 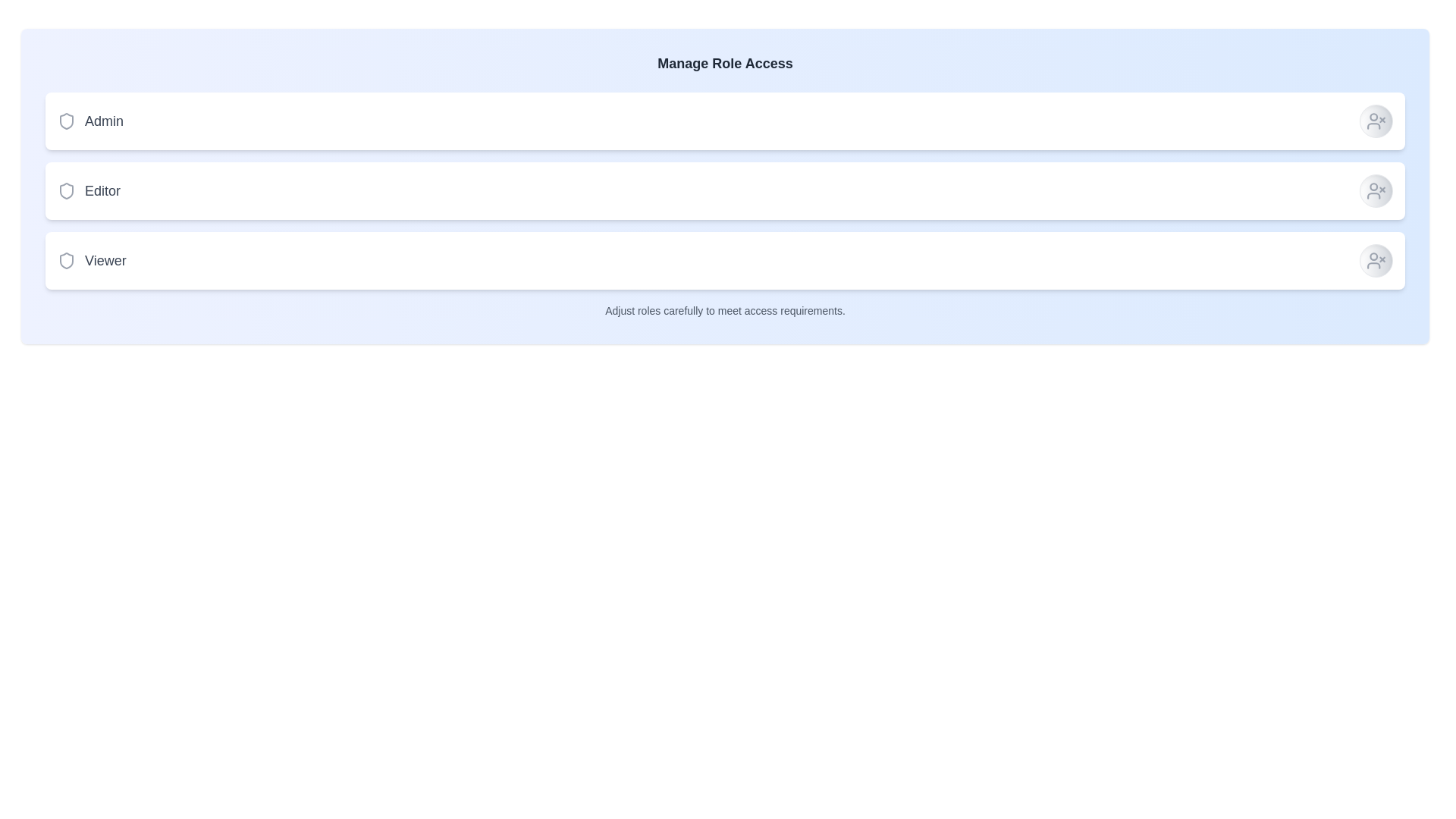 I want to click on the 'Viewer' text label, which is styled with a medium weight font and dark gray color, located in the vertical list of role options, so click(x=105, y=259).